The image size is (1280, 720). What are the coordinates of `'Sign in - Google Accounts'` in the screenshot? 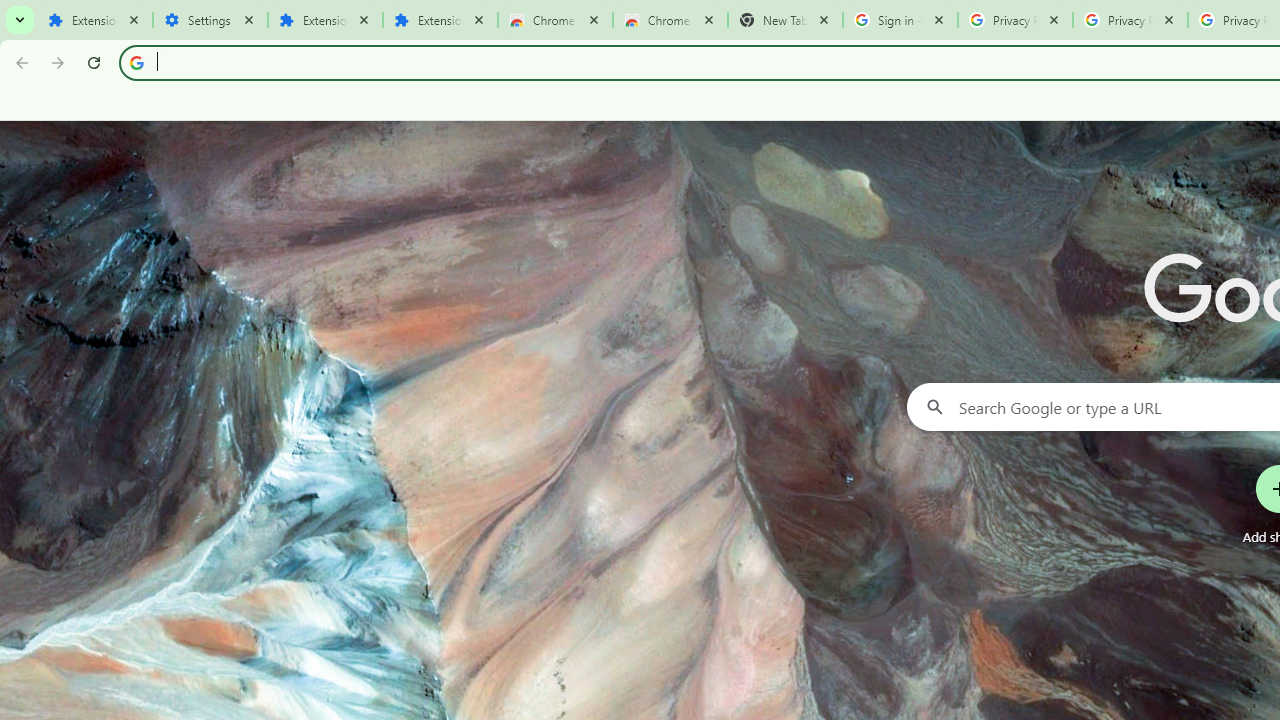 It's located at (899, 20).